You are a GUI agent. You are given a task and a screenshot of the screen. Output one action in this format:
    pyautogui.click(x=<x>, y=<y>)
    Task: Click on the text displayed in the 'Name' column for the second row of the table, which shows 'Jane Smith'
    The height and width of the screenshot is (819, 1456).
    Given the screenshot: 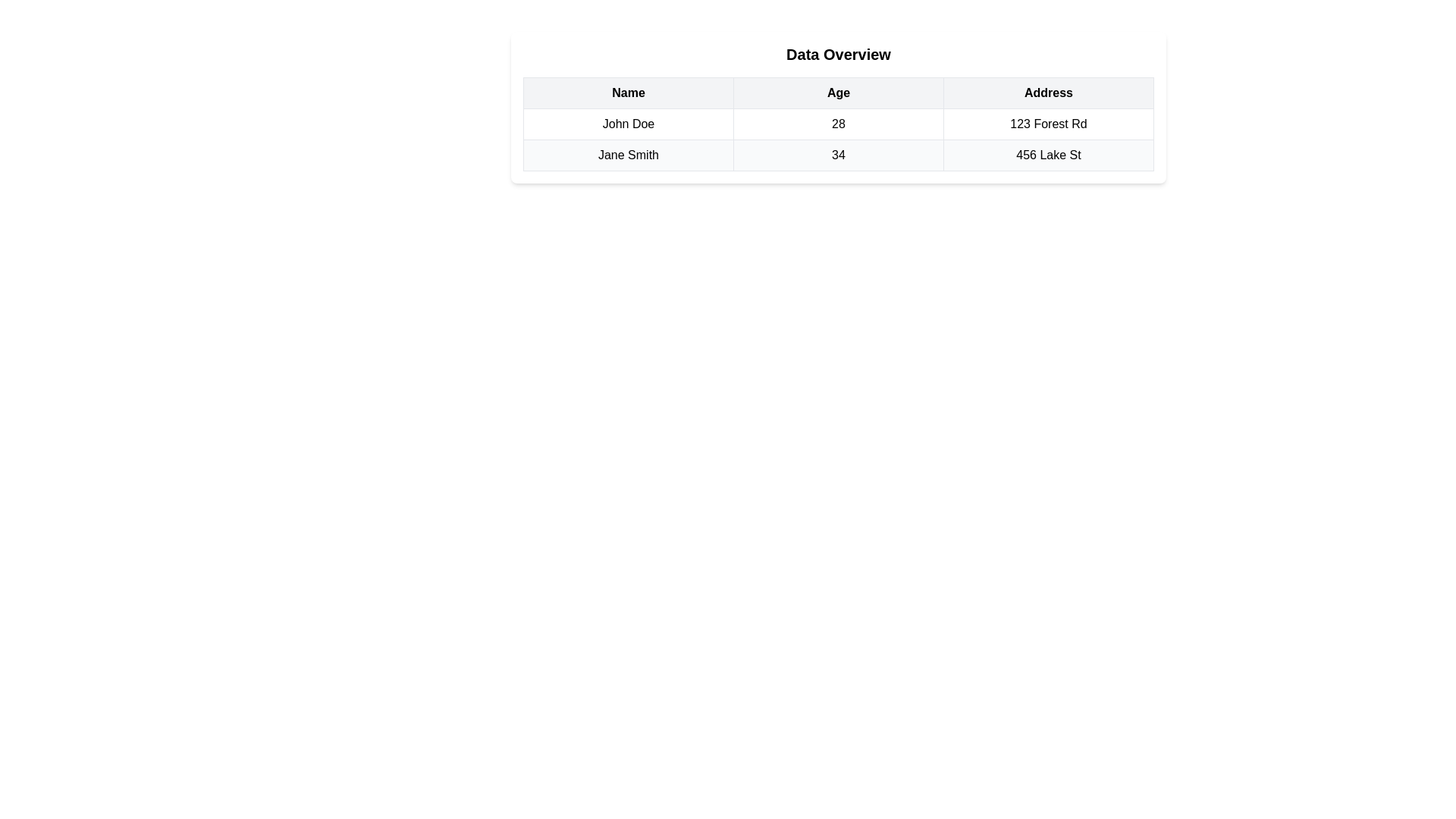 What is the action you would take?
    pyautogui.click(x=629, y=155)
    